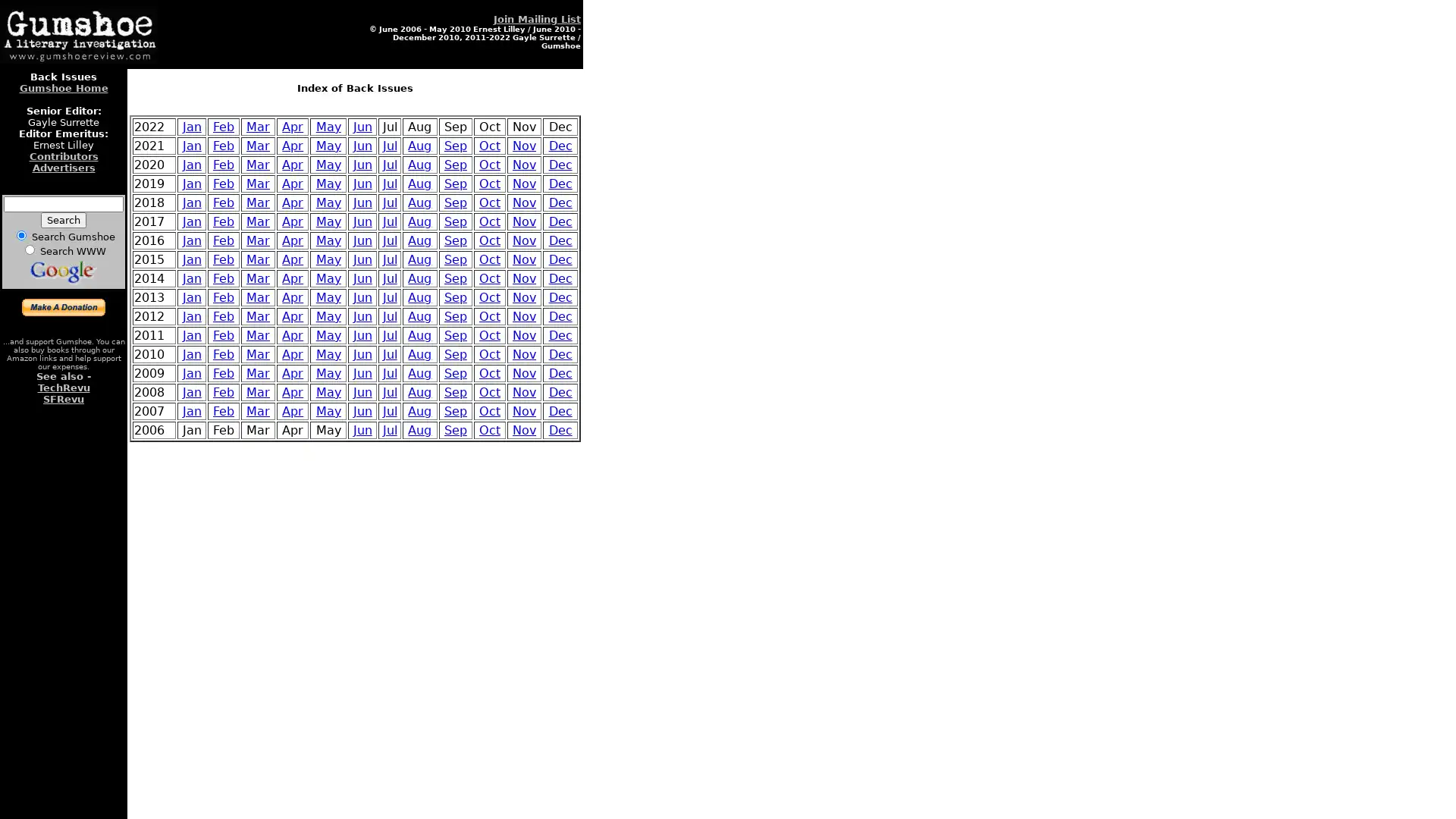  I want to click on Make payments with PayPal - it's fast, free and secure!, so click(63, 307).